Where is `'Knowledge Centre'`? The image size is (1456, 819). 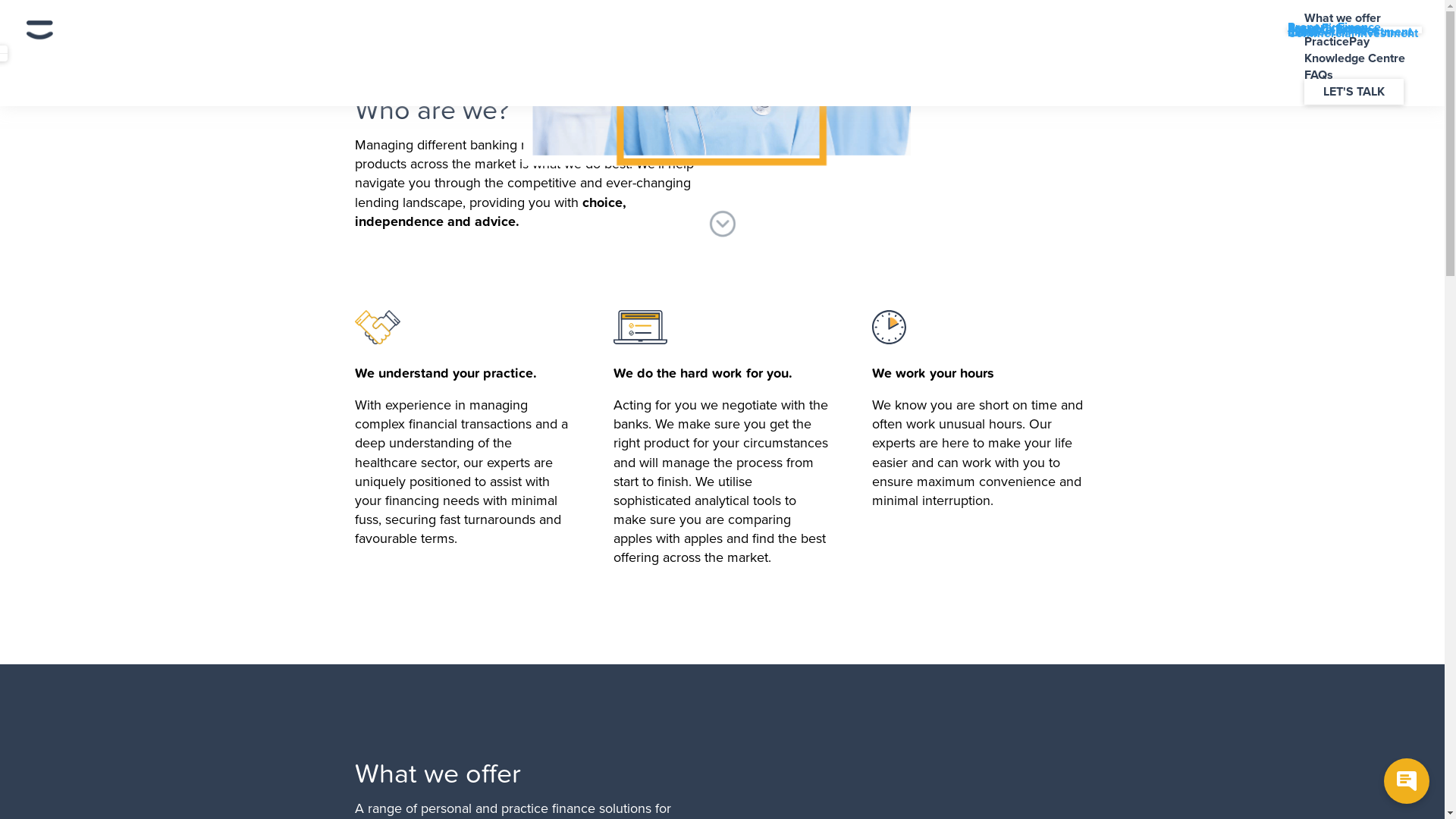
'Knowledge Centre' is located at coordinates (1354, 58).